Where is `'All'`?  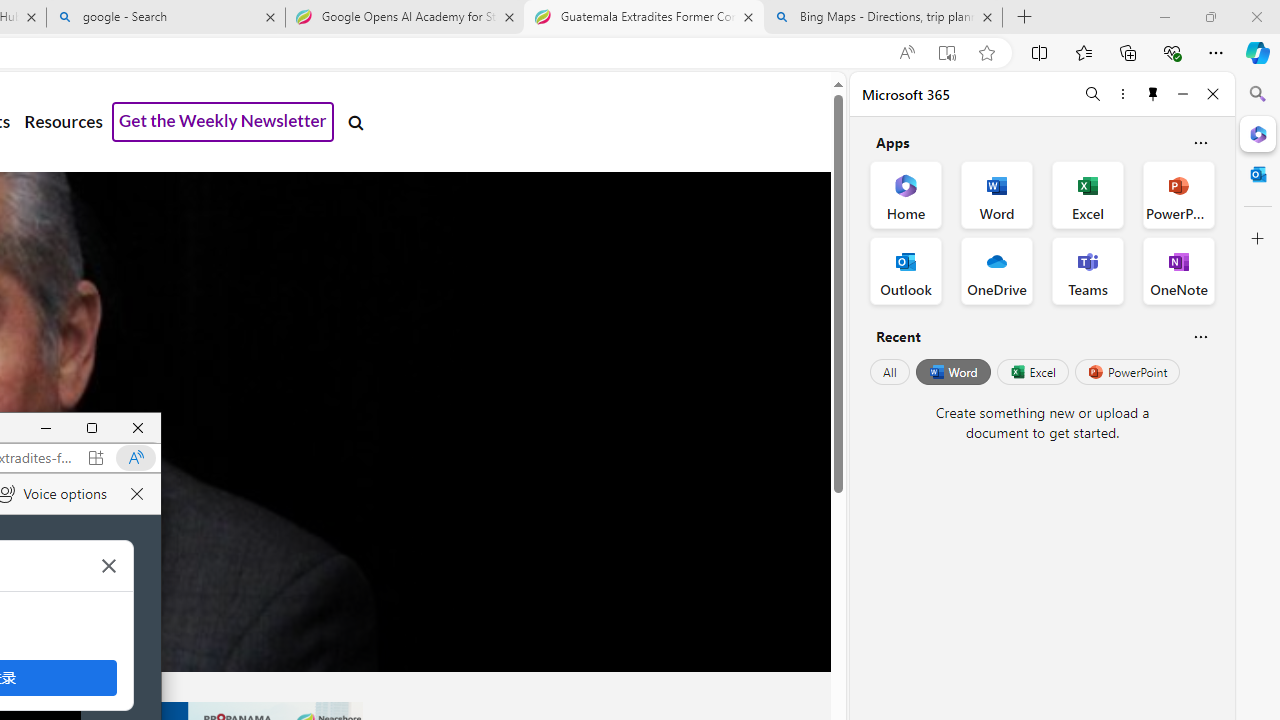
'All' is located at coordinates (889, 372).